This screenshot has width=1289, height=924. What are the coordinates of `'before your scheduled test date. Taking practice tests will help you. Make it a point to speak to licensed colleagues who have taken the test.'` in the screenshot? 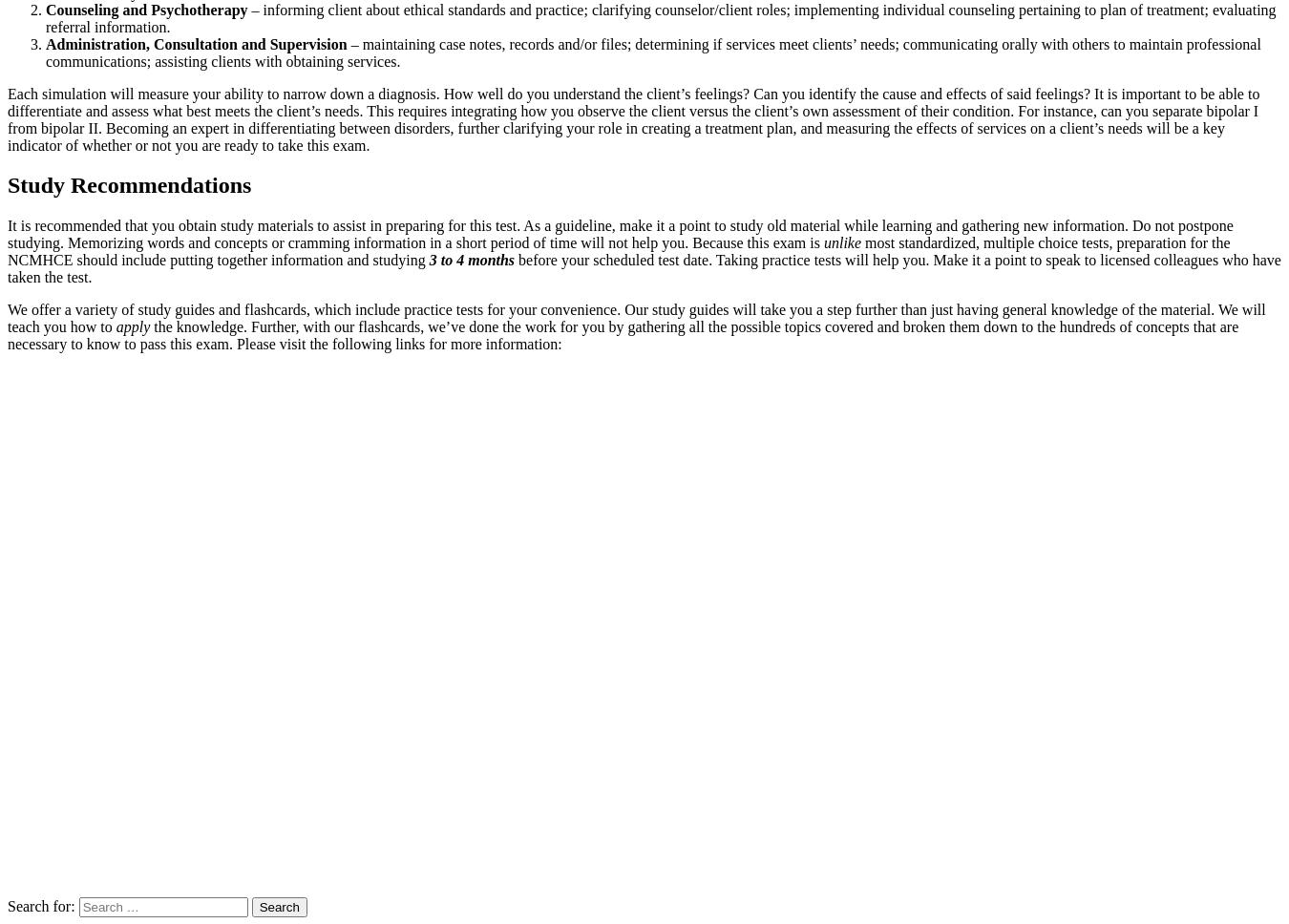 It's located at (644, 268).